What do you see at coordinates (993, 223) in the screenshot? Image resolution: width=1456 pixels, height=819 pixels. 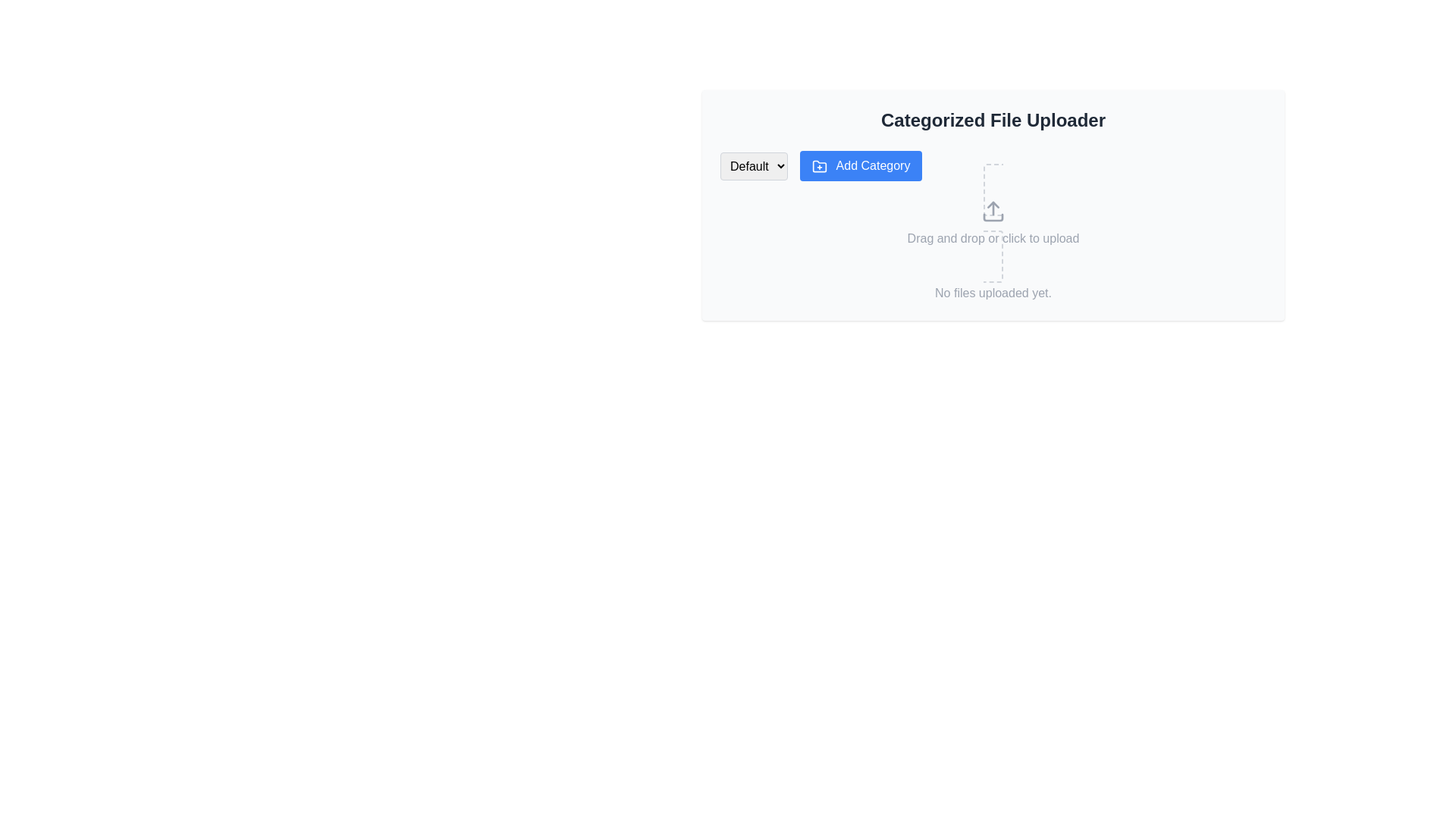 I see `the center of the file upload zone, which is a rectangular area with dashed borders and rounded corners, containing an upload icon and the text 'Drag and drop or click to upload'` at bounding box center [993, 223].